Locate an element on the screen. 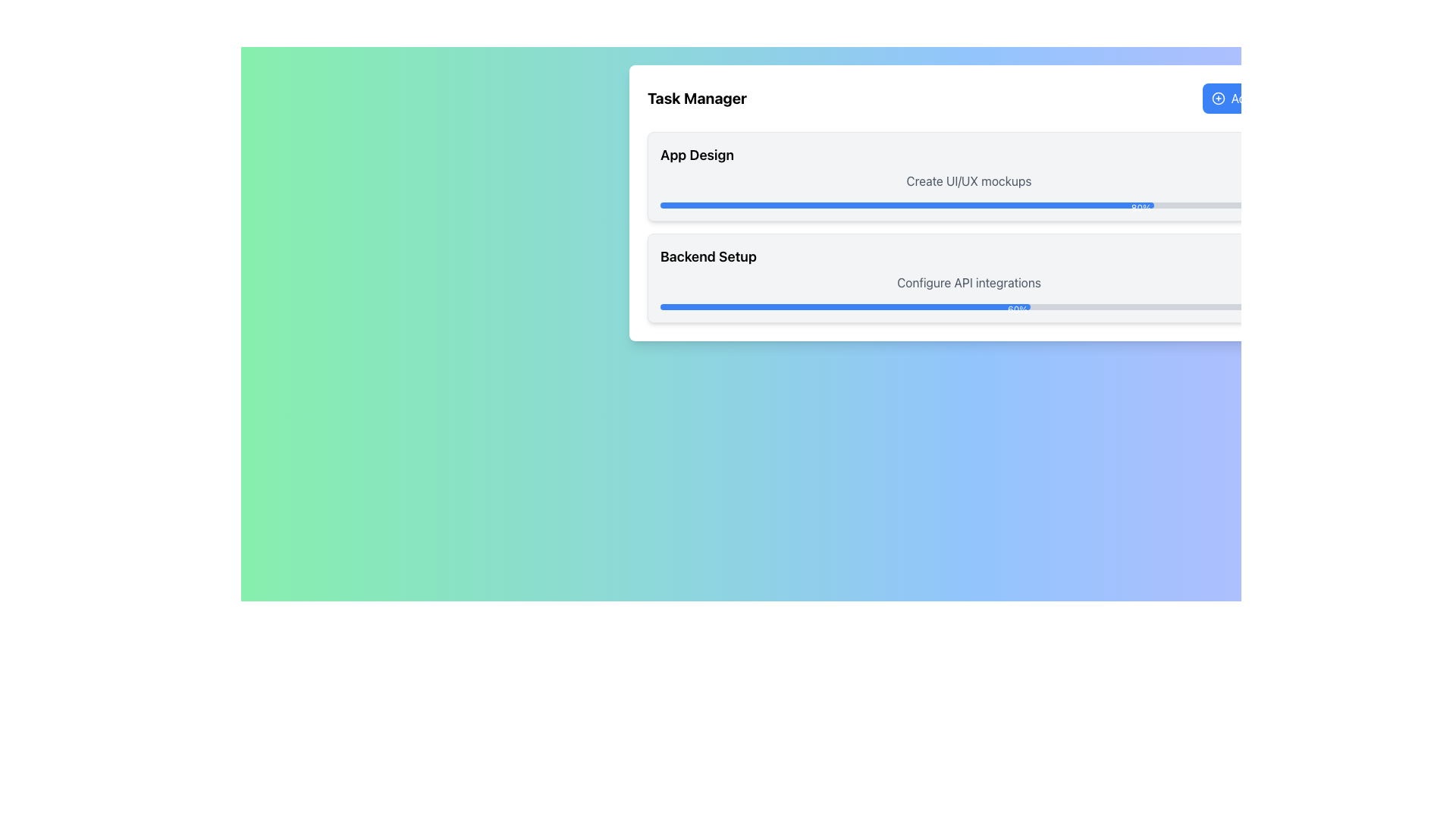 This screenshot has height=819, width=1456. the 'App Design' text label, which is a bold and larger font element located in the upper section of the task management interface within the 'Task Manager' panel is located at coordinates (696, 155).